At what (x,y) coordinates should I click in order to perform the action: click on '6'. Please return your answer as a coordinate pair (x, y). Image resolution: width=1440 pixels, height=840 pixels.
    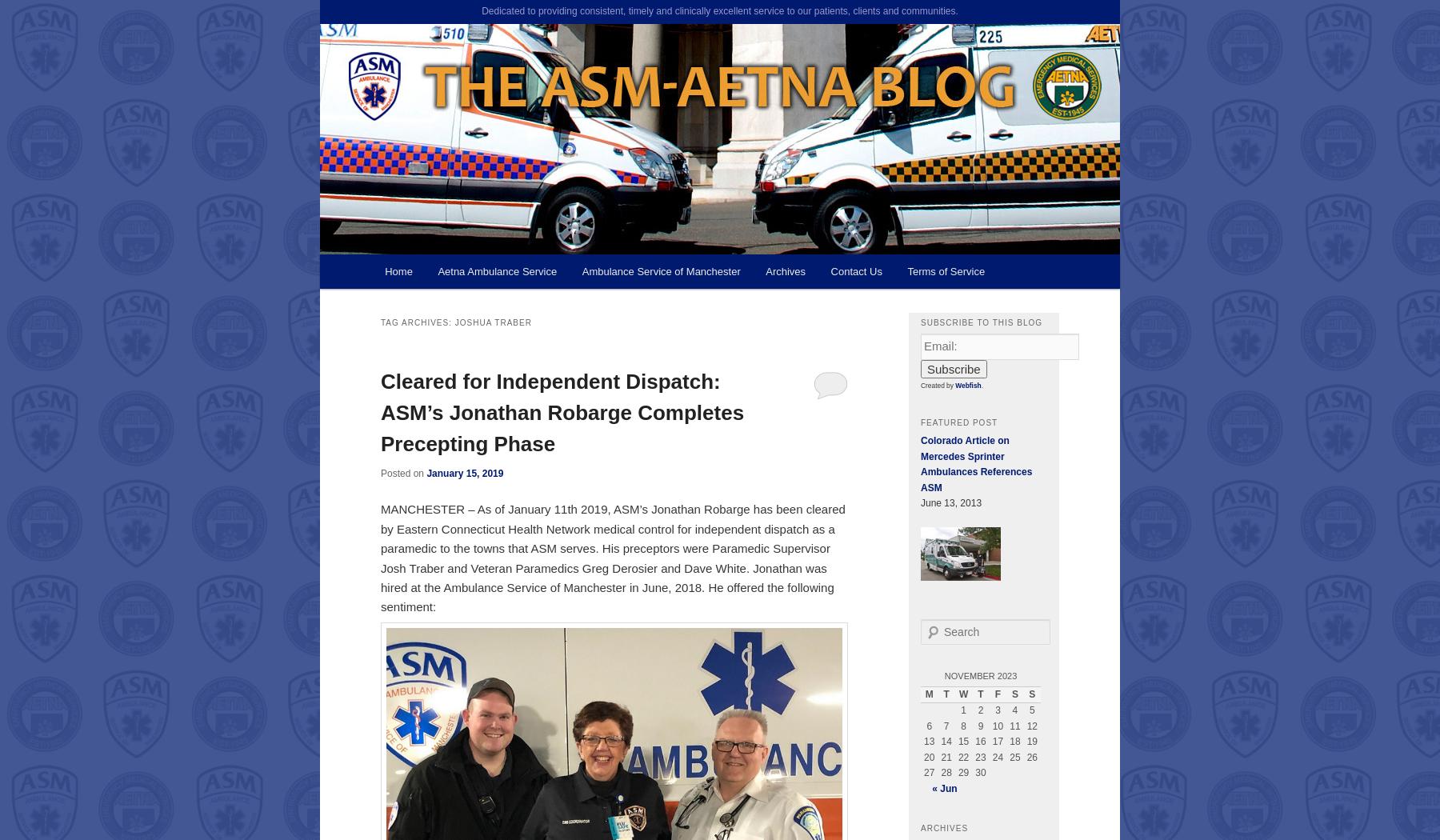
    Looking at the image, I should click on (928, 725).